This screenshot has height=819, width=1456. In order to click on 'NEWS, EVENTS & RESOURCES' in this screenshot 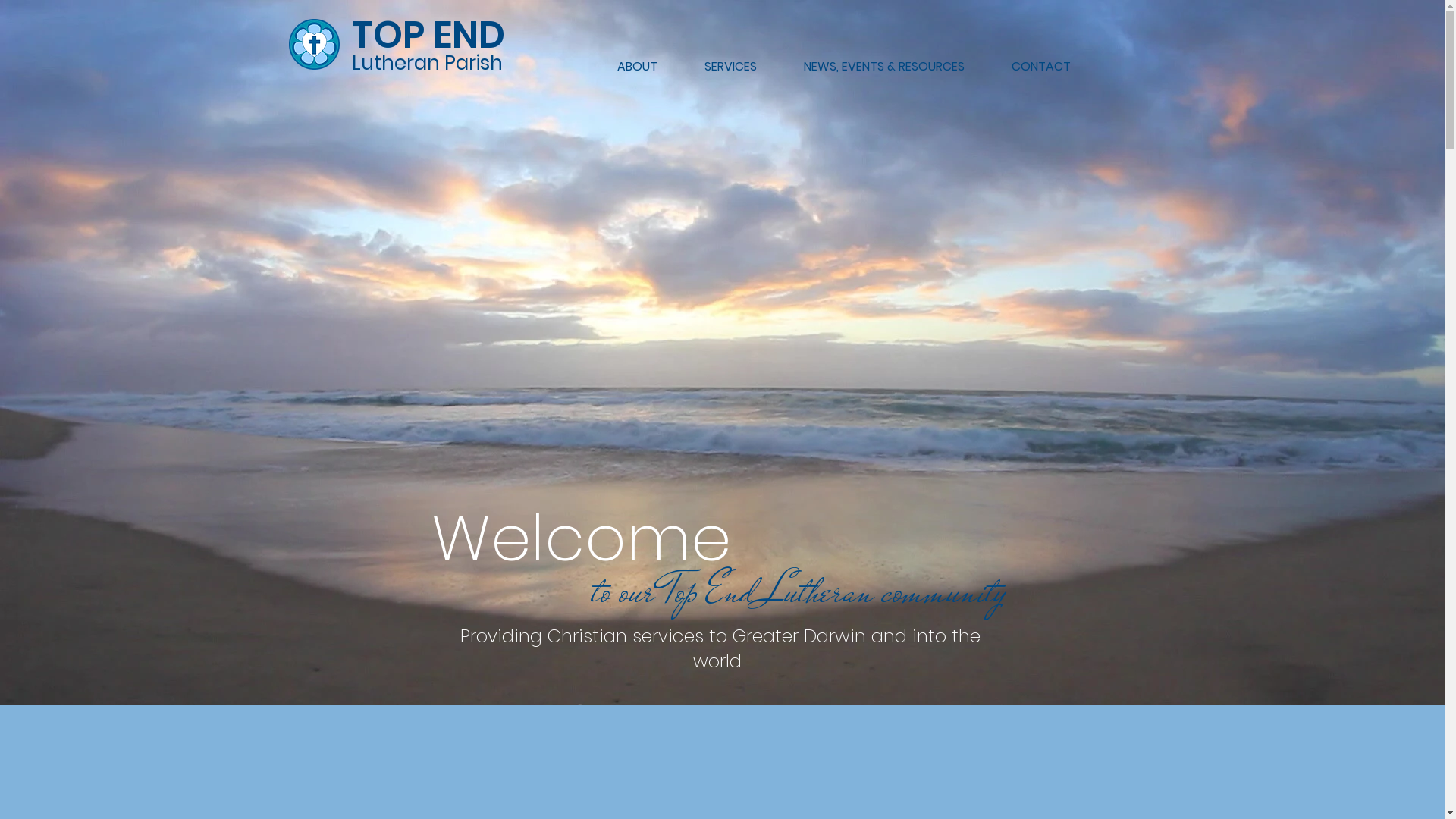, I will do `click(883, 65)`.